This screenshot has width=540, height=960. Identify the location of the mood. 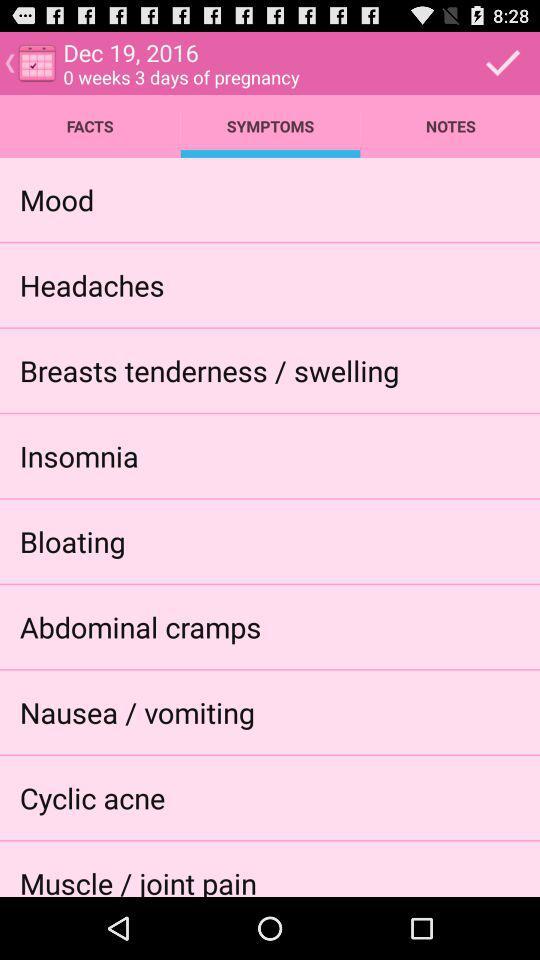
(57, 199).